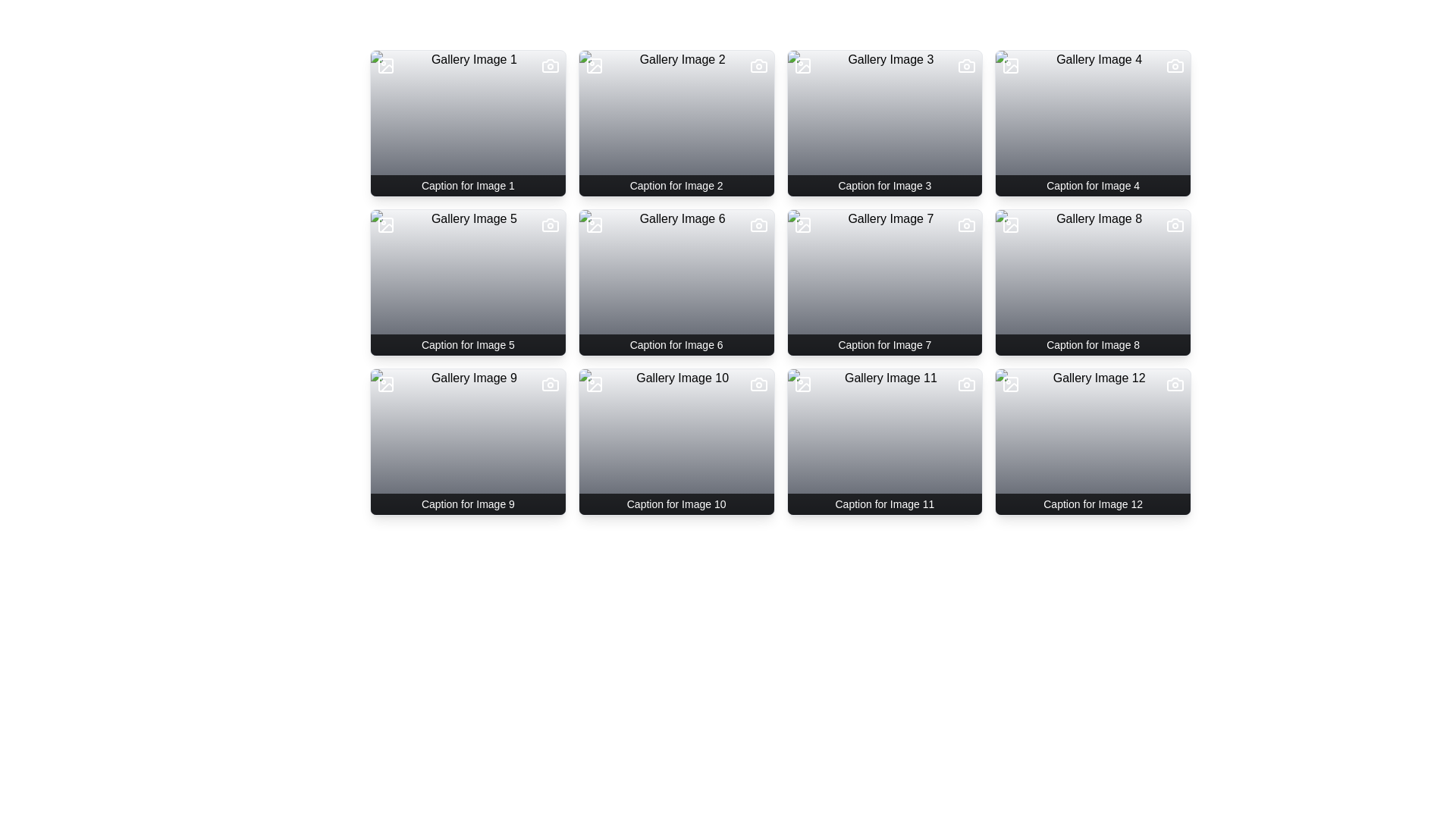 The height and width of the screenshot is (819, 1456). I want to click on the icon located at the top-left corner of the fourth gallery card, which visually represents an image component above the text 'Gallery Image 4' and 'Caption for Image 4', so click(1011, 65).